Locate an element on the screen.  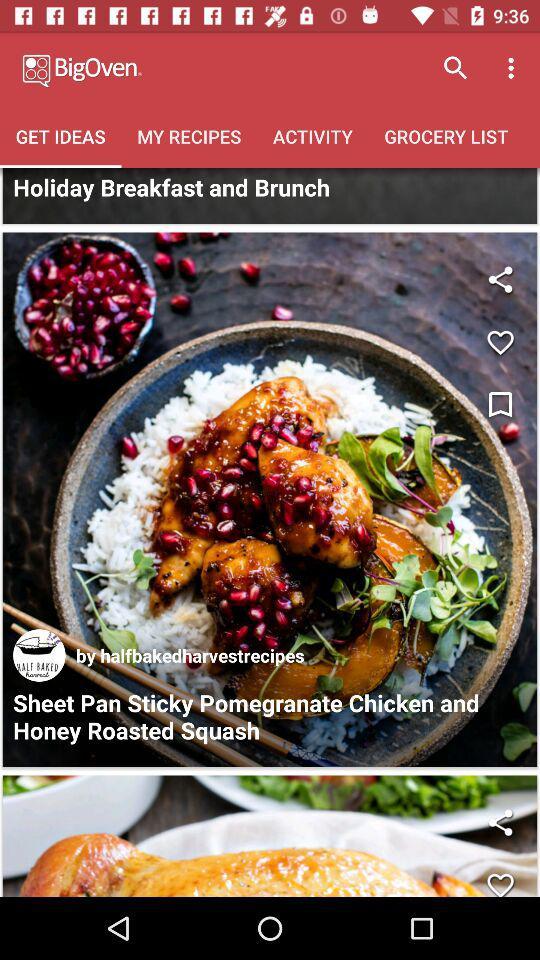
heading of the page with logo is located at coordinates (164, 68).